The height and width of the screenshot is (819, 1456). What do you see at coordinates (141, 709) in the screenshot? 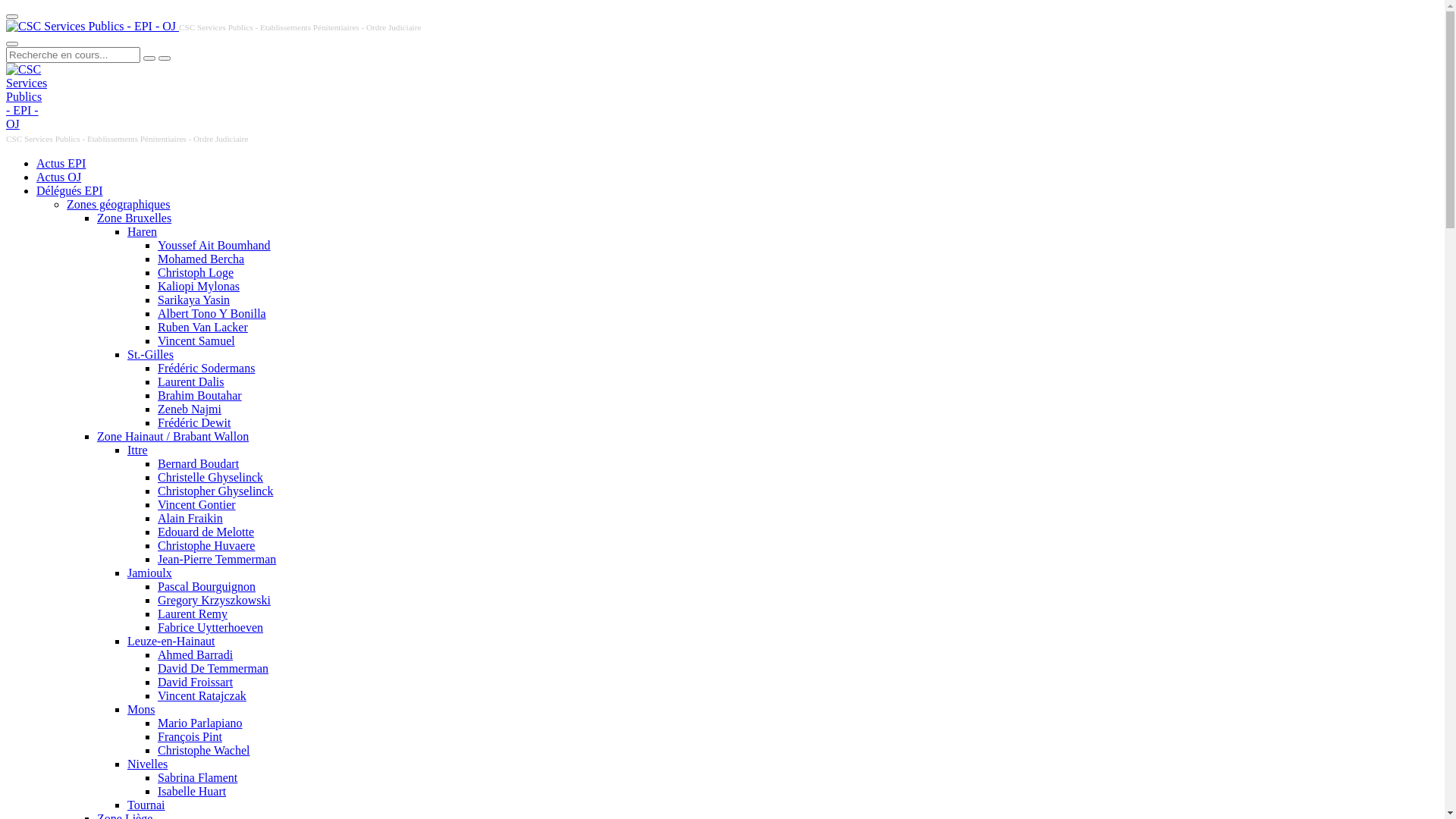
I see `'Mons'` at bounding box center [141, 709].